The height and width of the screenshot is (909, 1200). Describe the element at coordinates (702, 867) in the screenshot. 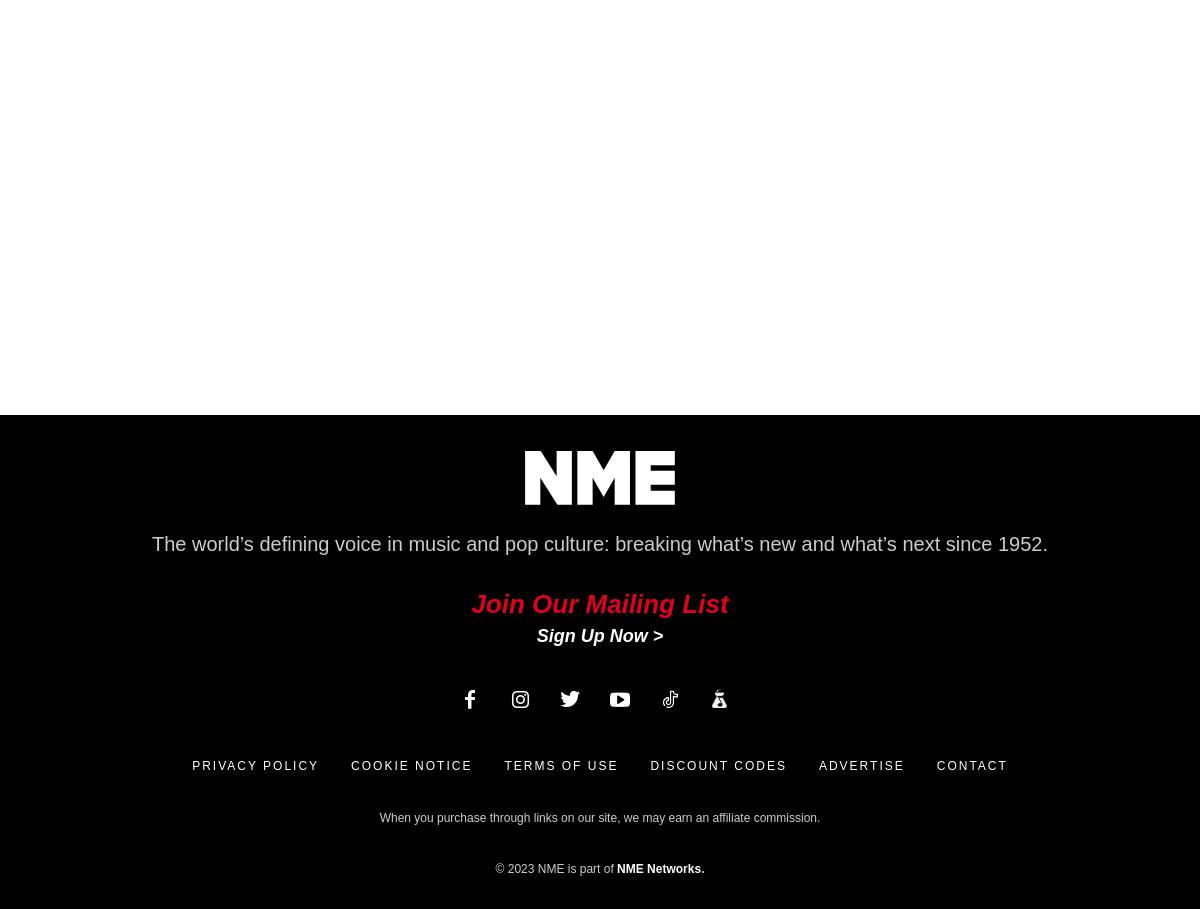

I see `'.'` at that location.